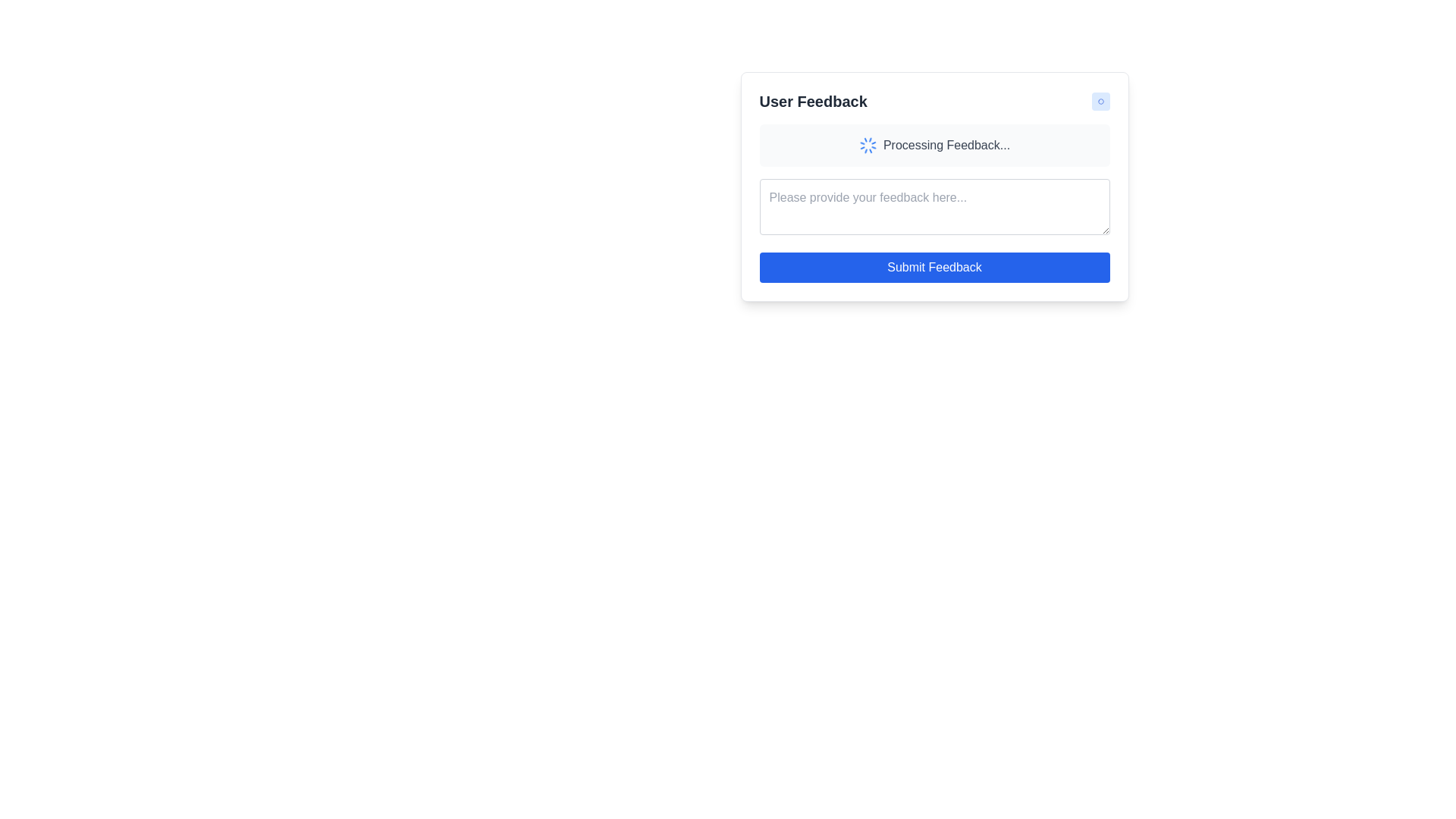 The height and width of the screenshot is (819, 1456). Describe the element at coordinates (934, 146) in the screenshot. I see `the informative message with a loader located in the 'User Feedback' modal, which indicates that user feedback is being processed` at that location.